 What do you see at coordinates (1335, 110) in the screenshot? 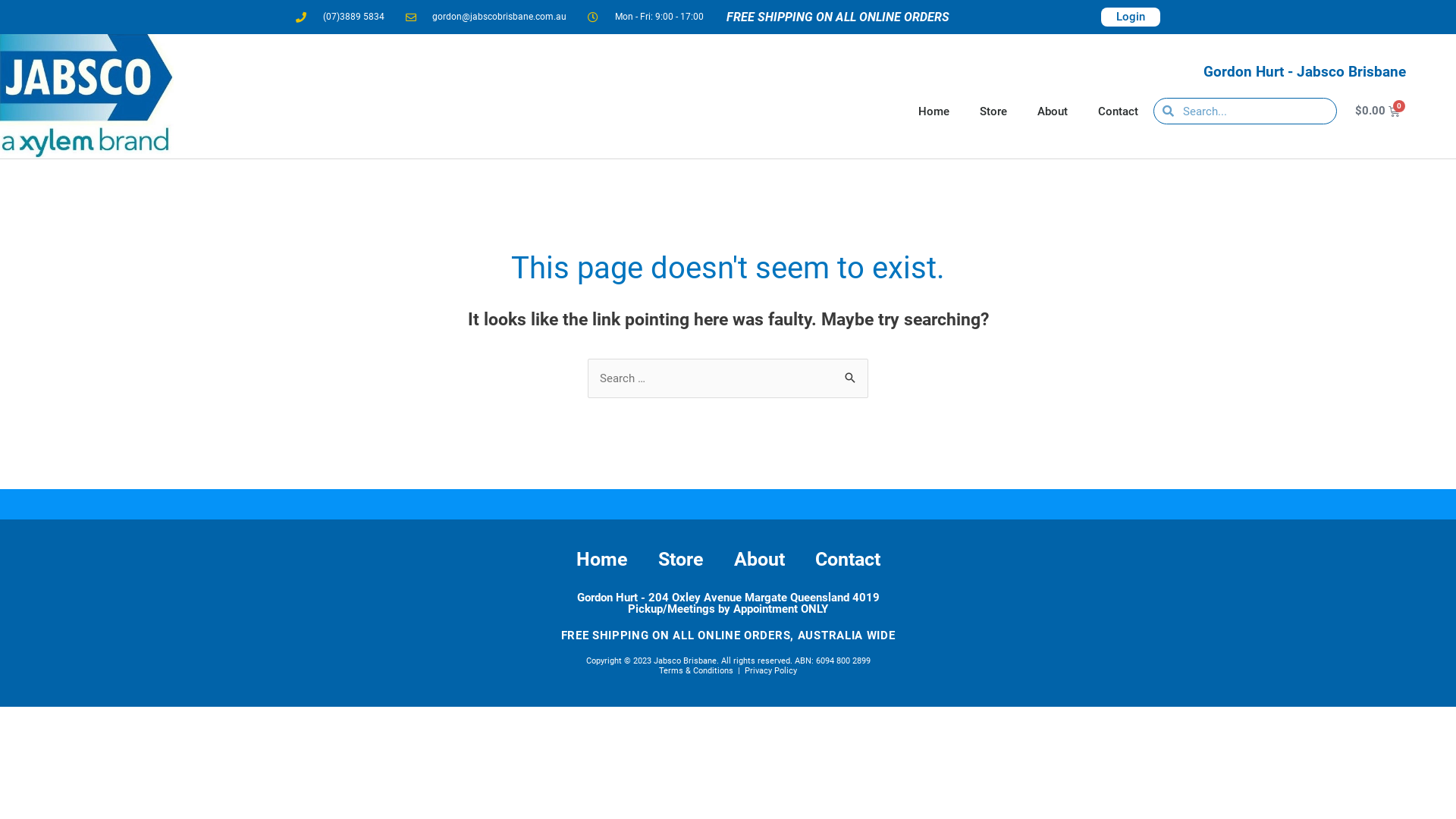
I see `'$0.00` at bounding box center [1335, 110].